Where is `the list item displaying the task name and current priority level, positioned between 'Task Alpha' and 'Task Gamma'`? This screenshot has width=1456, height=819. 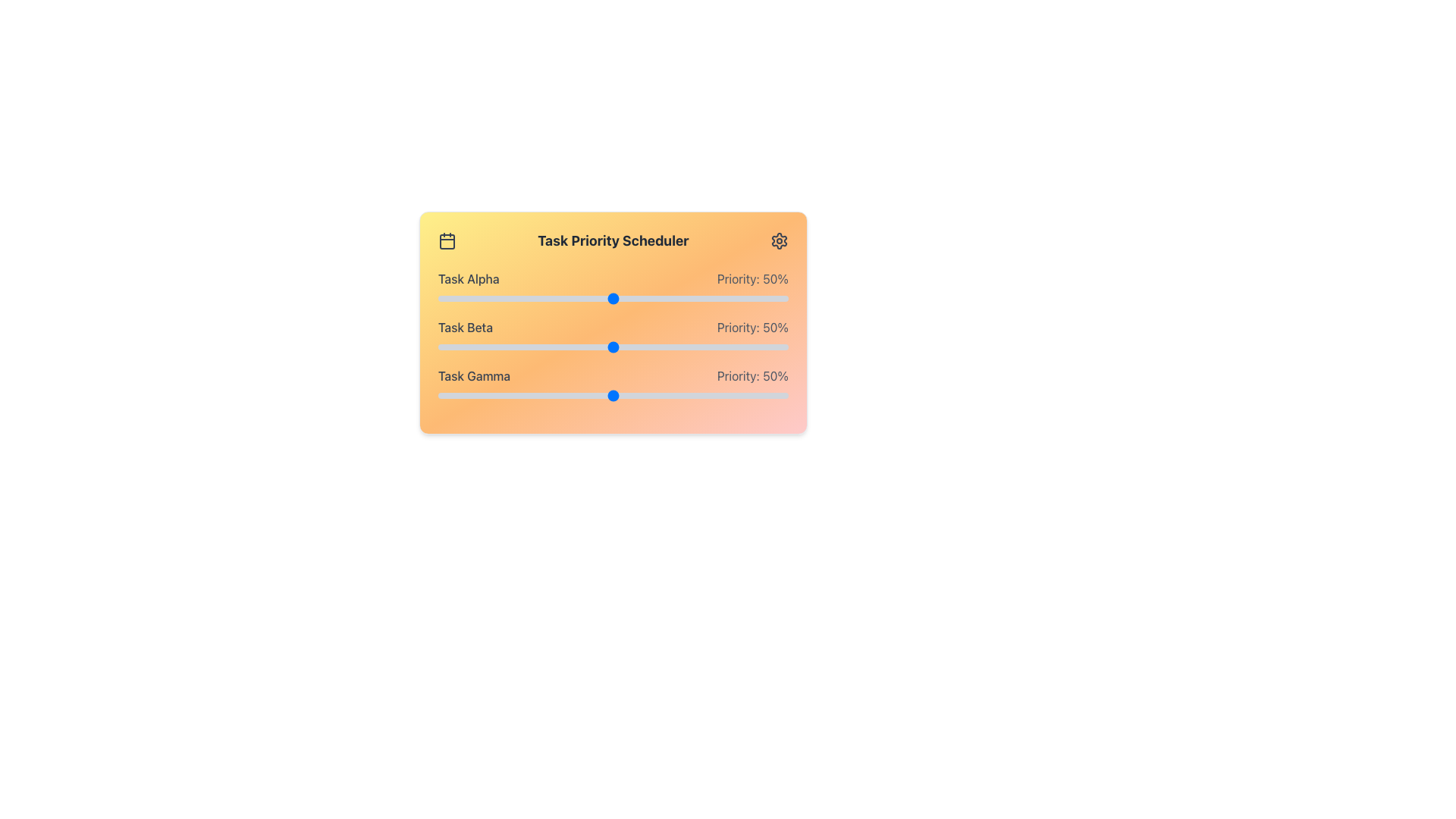
the list item displaying the task name and current priority level, positioned between 'Task Alpha' and 'Task Gamma' is located at coordinates (613, 327).